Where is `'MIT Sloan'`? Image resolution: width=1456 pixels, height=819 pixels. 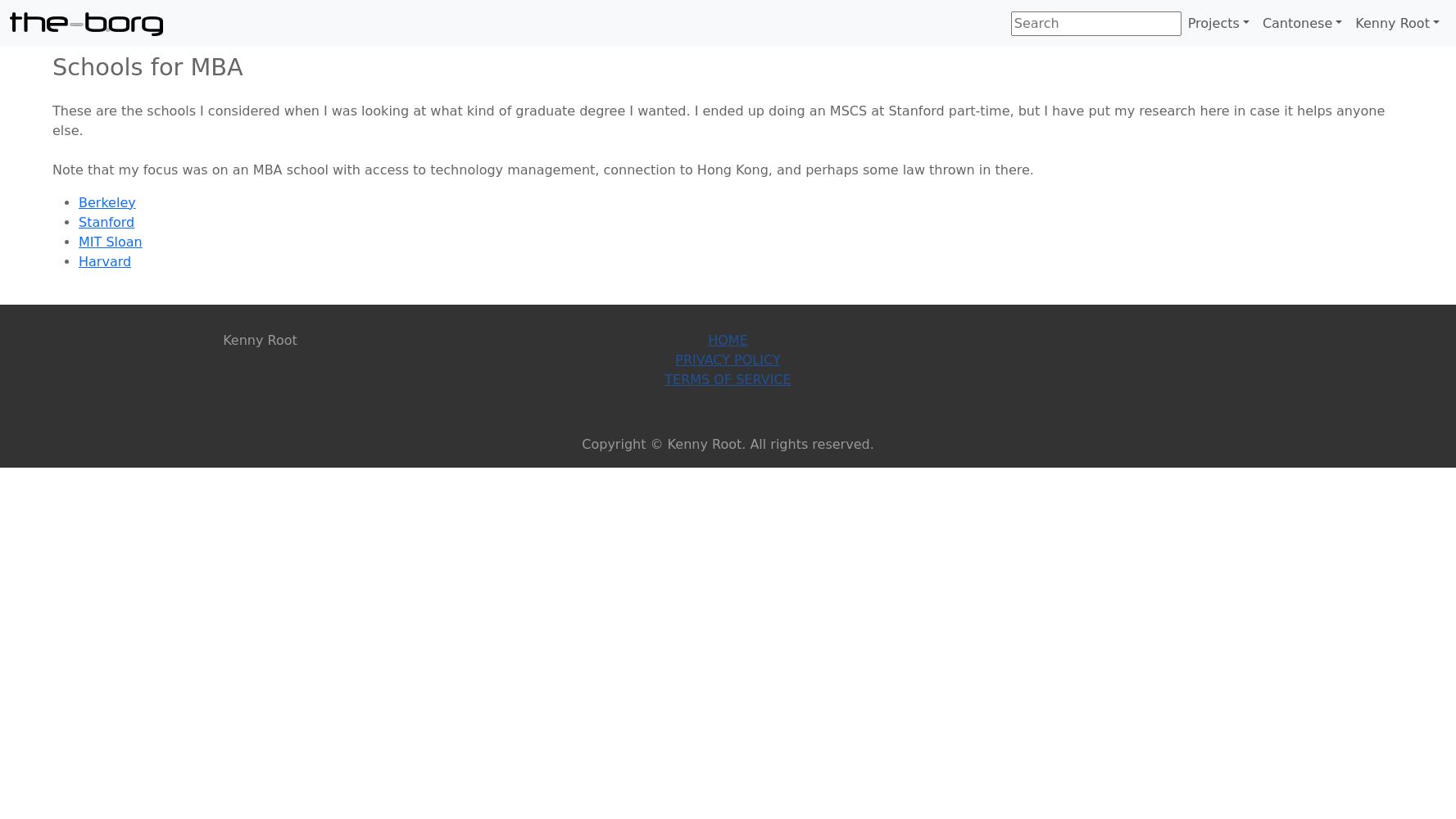 'MIT Sloan' is located at coordinates (78, 241).